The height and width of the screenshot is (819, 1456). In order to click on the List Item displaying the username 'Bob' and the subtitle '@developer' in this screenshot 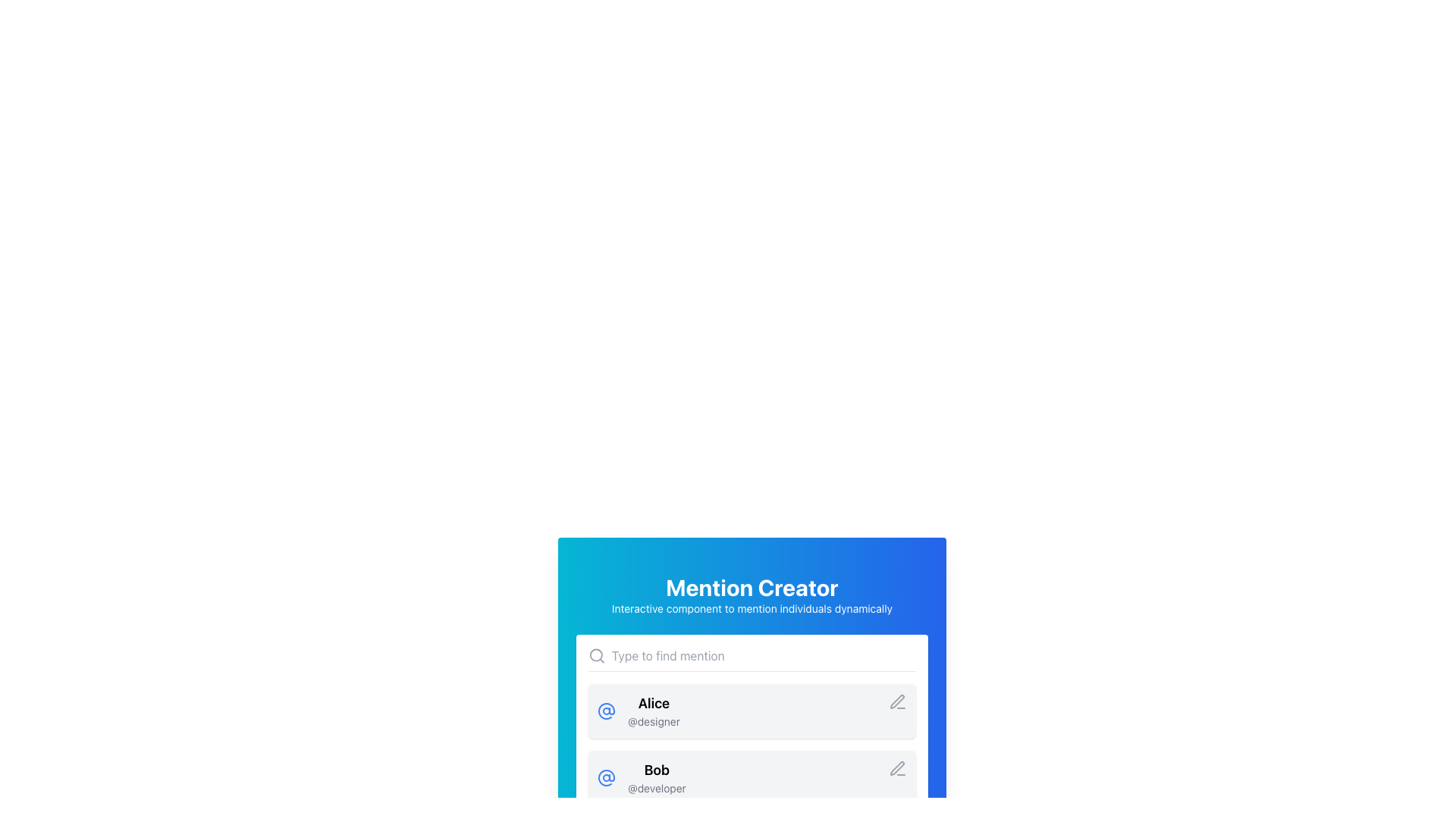, I will do `click(642, 778)`.